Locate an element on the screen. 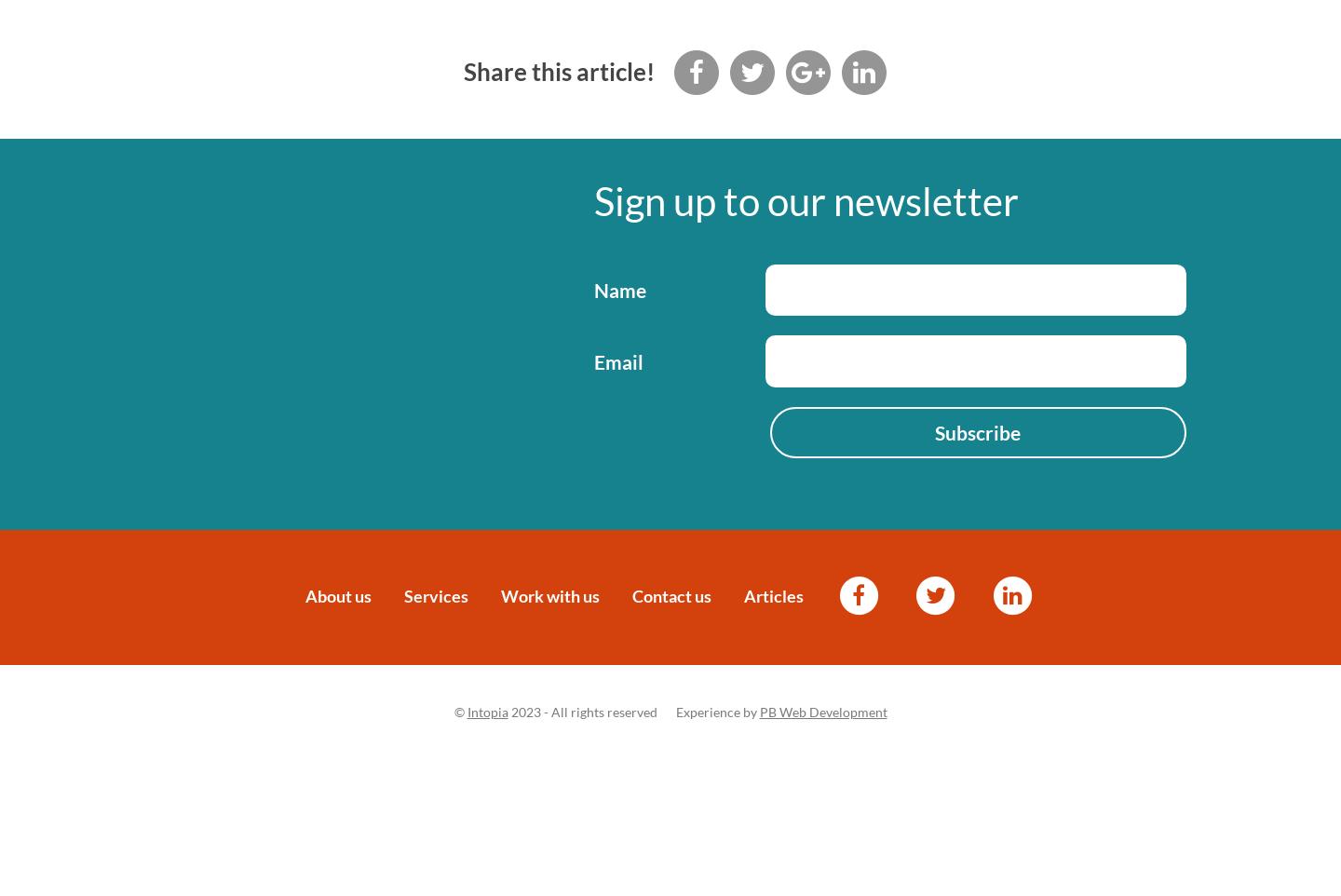  'Services' is located at coordinates (436, 594).